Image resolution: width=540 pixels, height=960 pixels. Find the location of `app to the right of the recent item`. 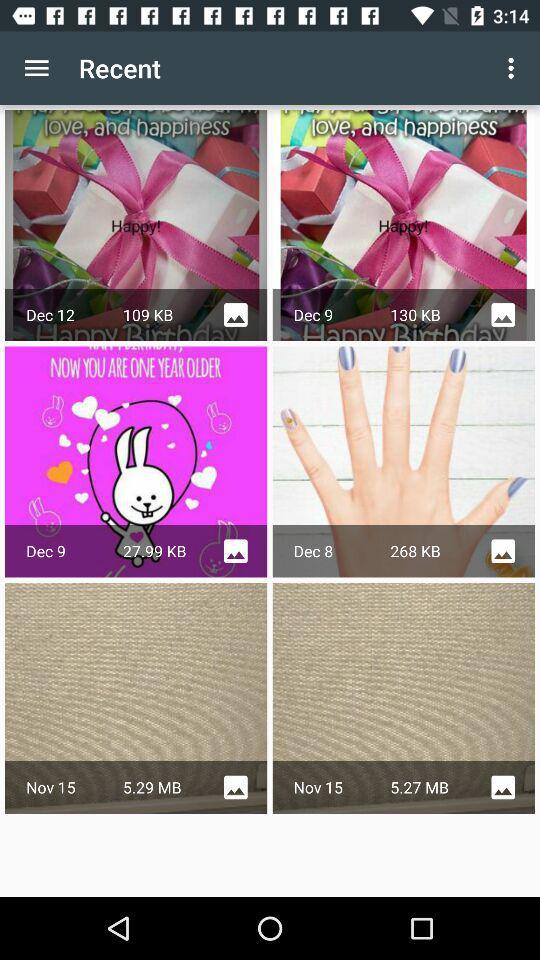

app to the right of the recent item is located at coordinates (513, 68).